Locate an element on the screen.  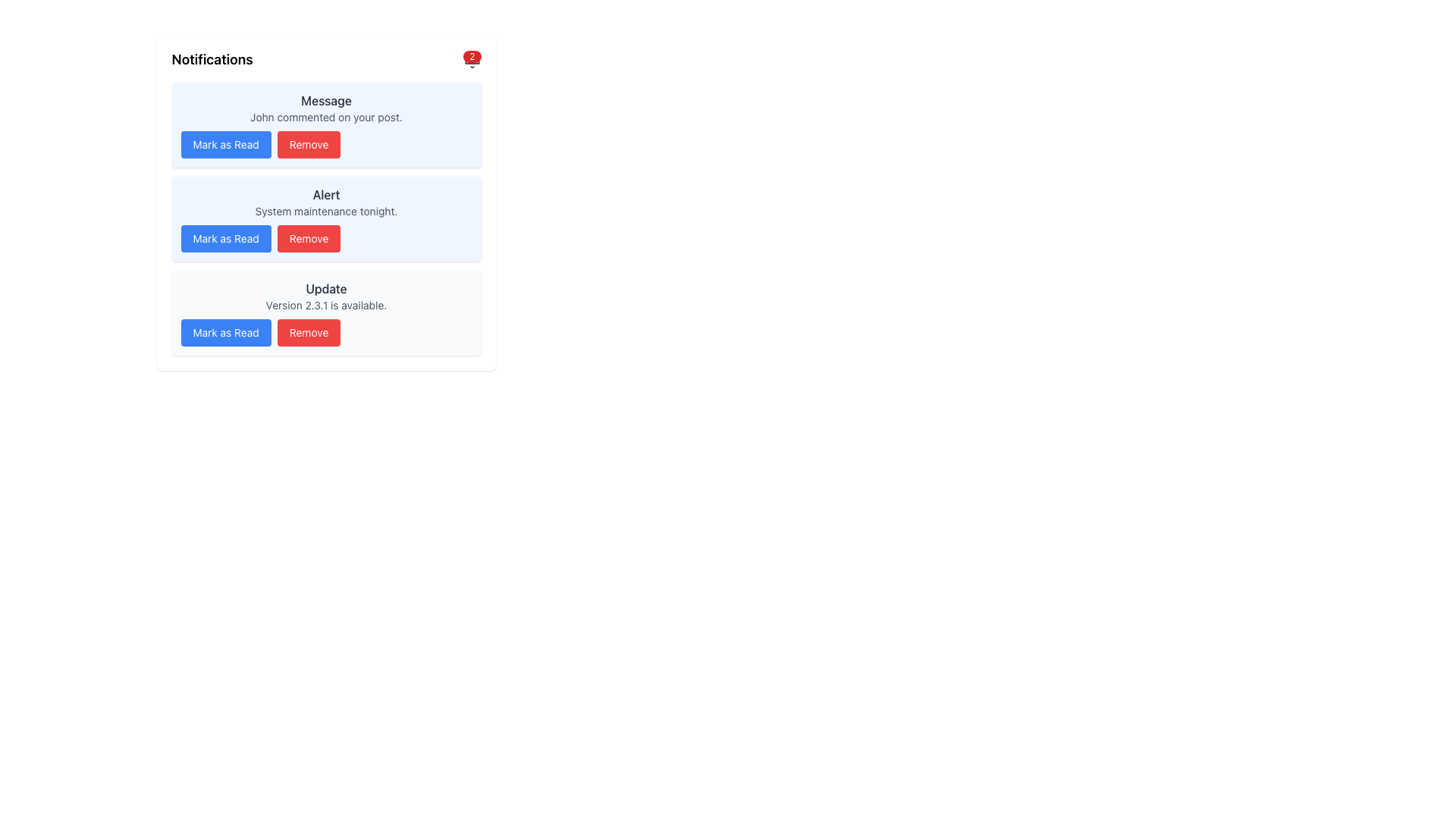
the Badge notification count indicator located in the top-right corner, which overlays the notification bell icon is located at coordinates (471, 58).